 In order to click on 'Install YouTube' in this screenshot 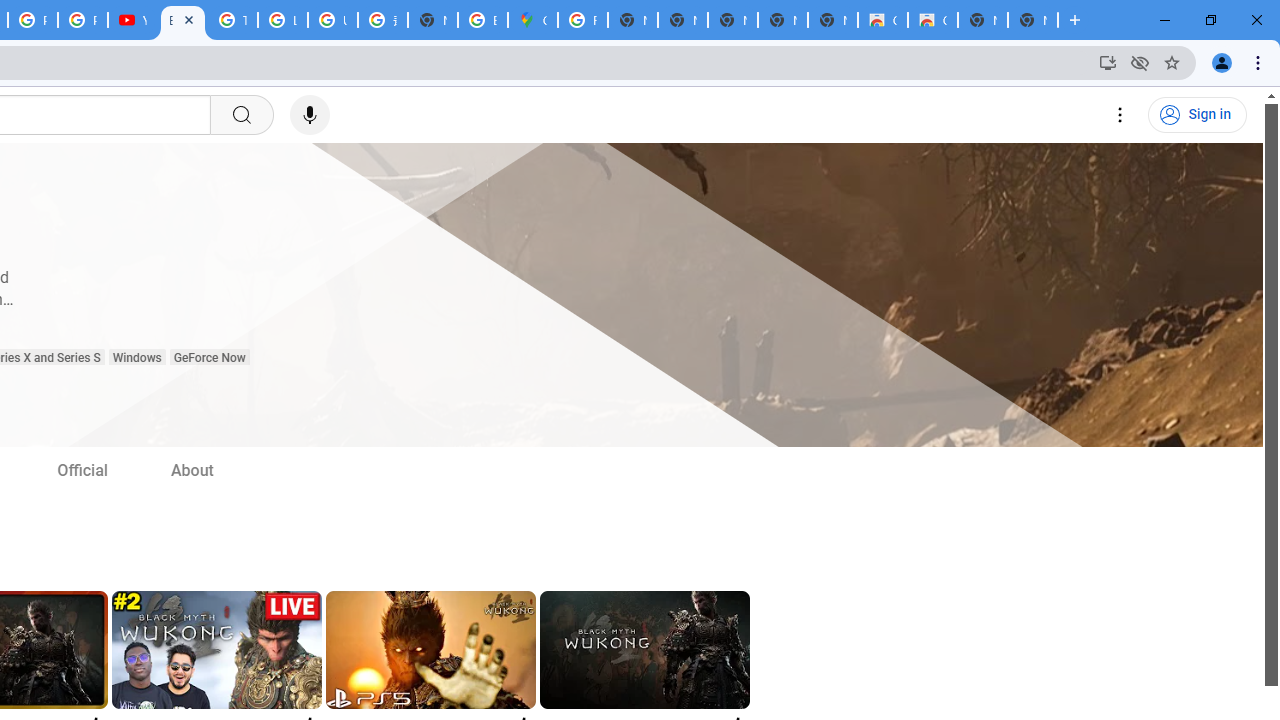, I will do `click(1106, 61)`.